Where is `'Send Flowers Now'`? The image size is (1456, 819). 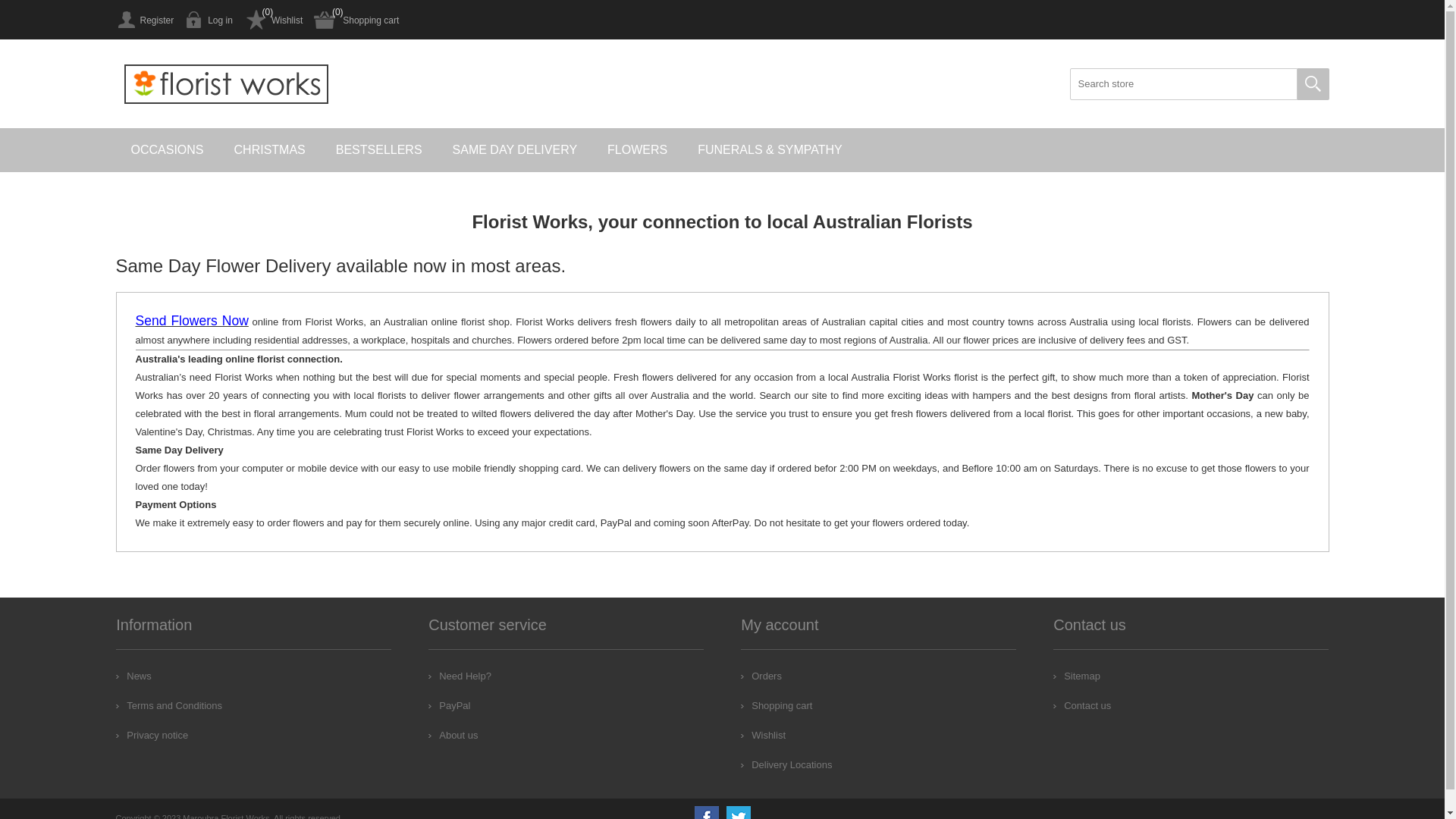
'Send Flowers Now' is located at coordinates (134, 321).